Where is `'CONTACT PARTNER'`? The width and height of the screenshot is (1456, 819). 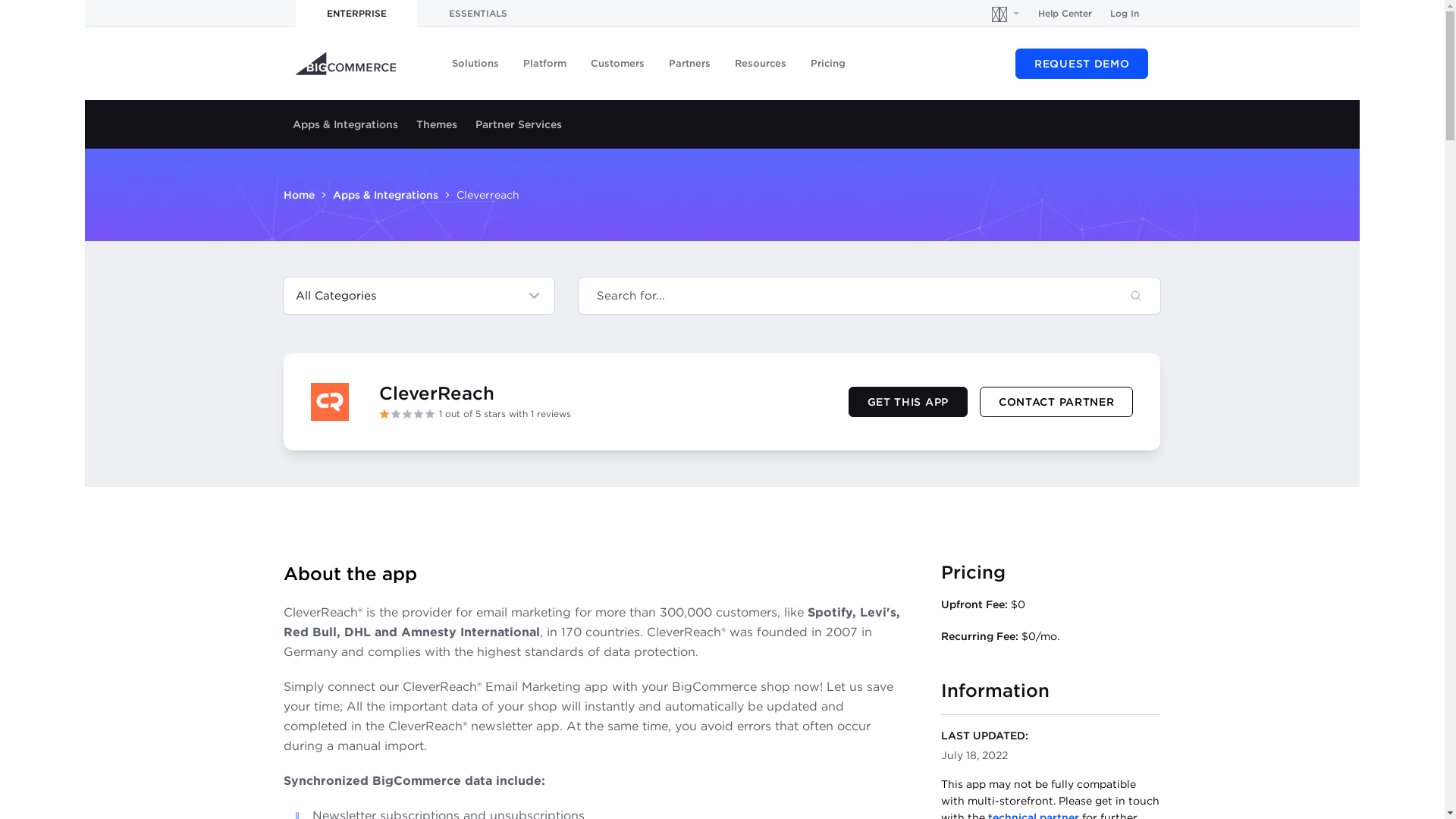
'CONTACT PARTNER' is located at coordinates (1056, 400).